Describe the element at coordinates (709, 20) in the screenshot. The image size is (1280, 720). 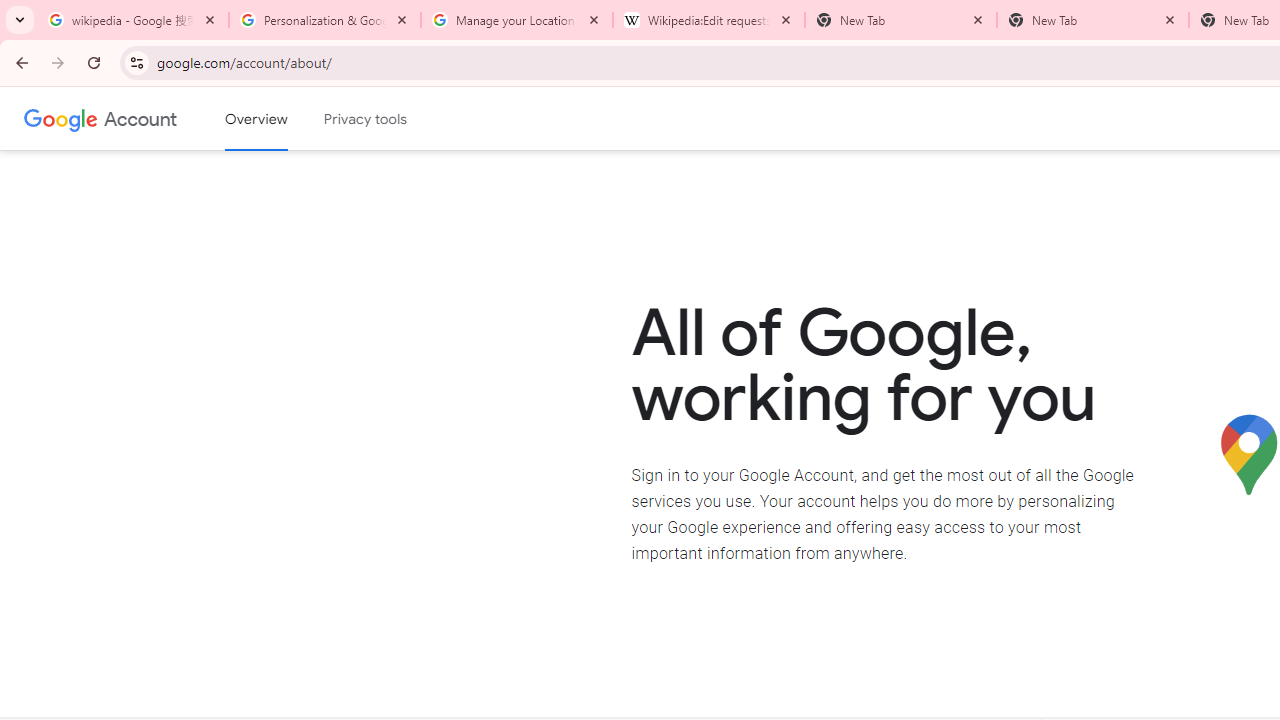
I see `'Wikipedia:Edit requests - Wikipedia'` at that location.